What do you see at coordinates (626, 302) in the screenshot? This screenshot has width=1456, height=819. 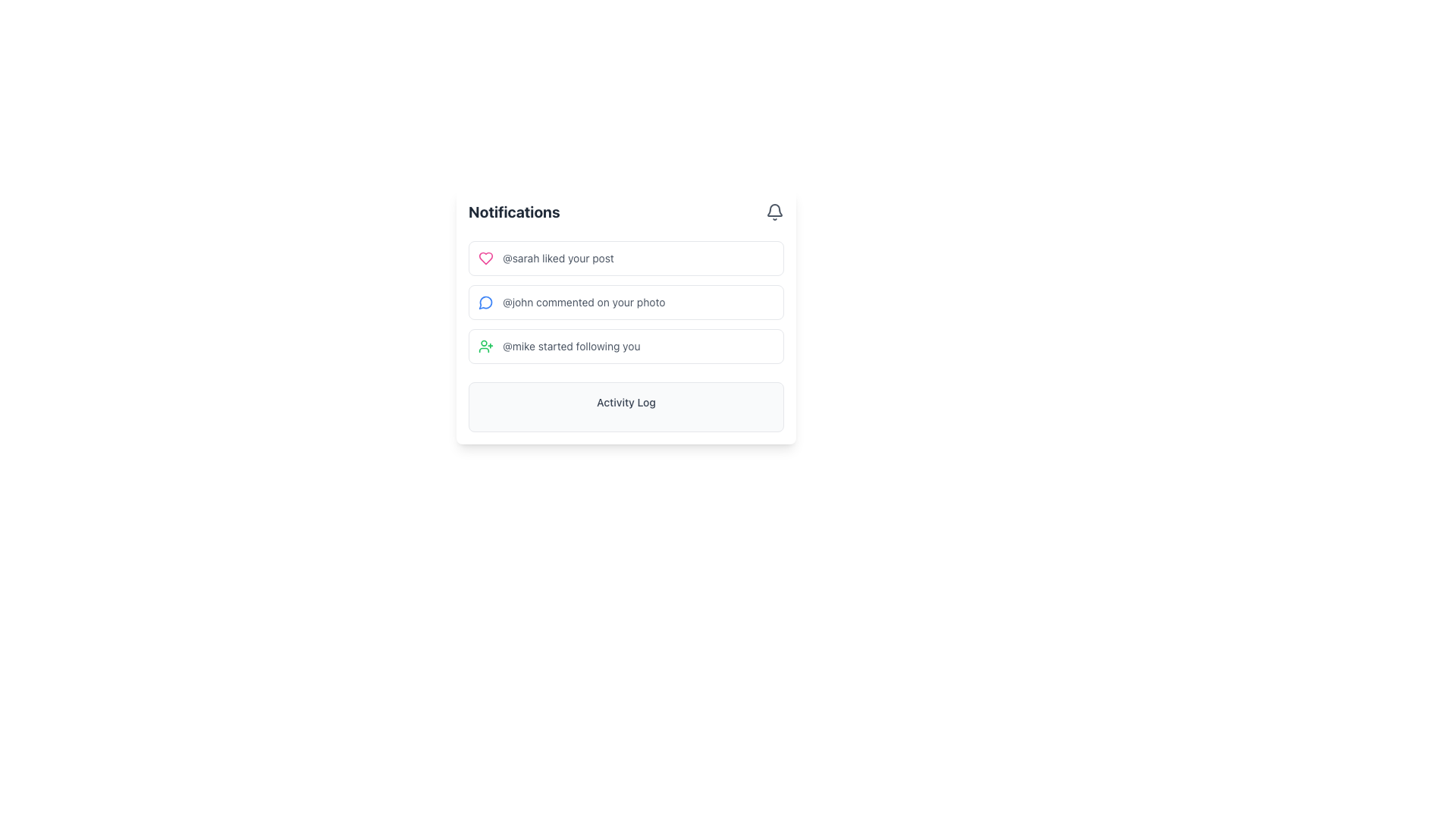 I see `the Notification list` at bounding box center [626, 302].